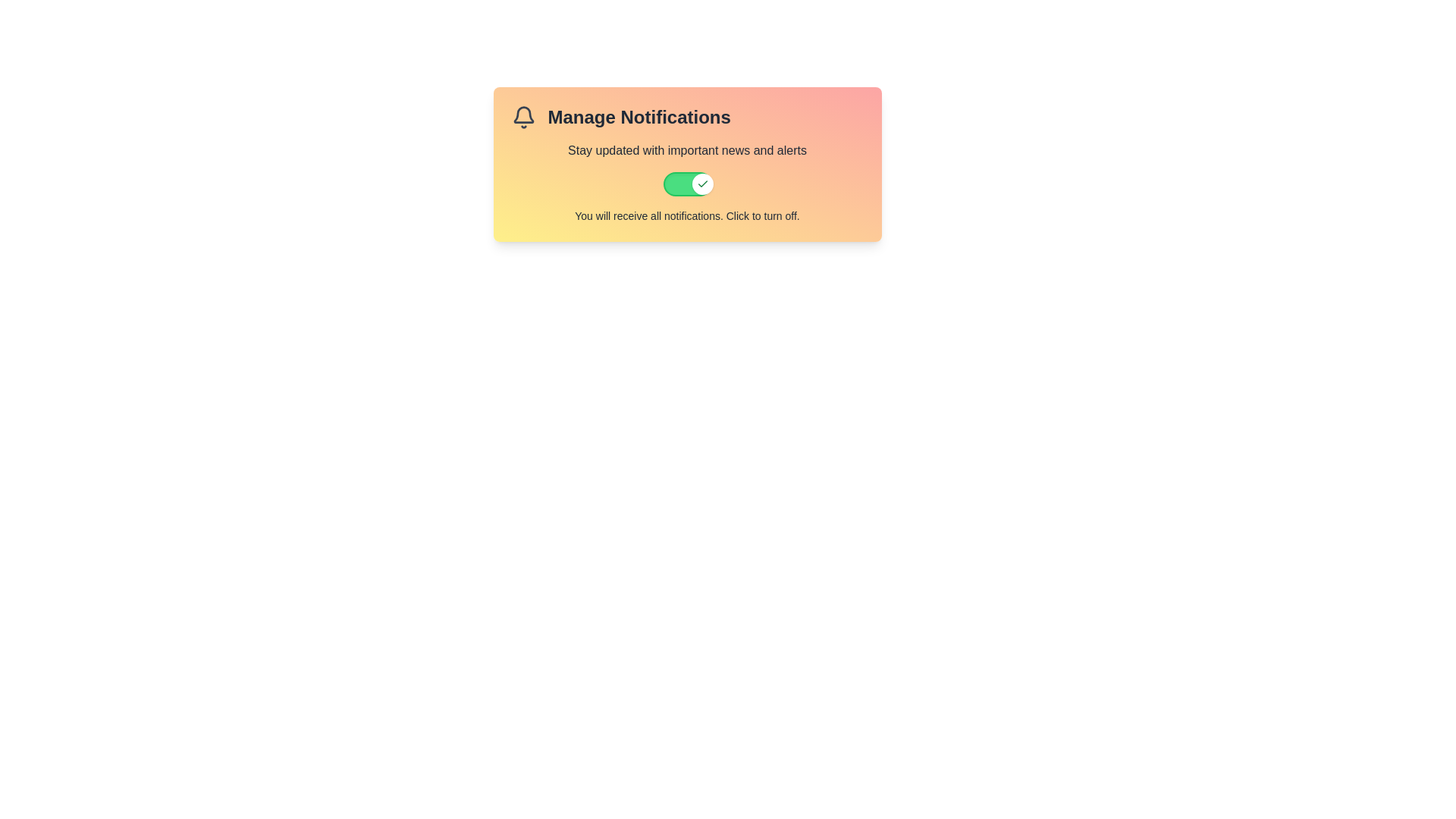  I want to click on the bell-shaped notification icon with a gray outline, positioned adjacent to the 'Manage Notifications' text on the left side of the gradient panel, so click(523, 116).